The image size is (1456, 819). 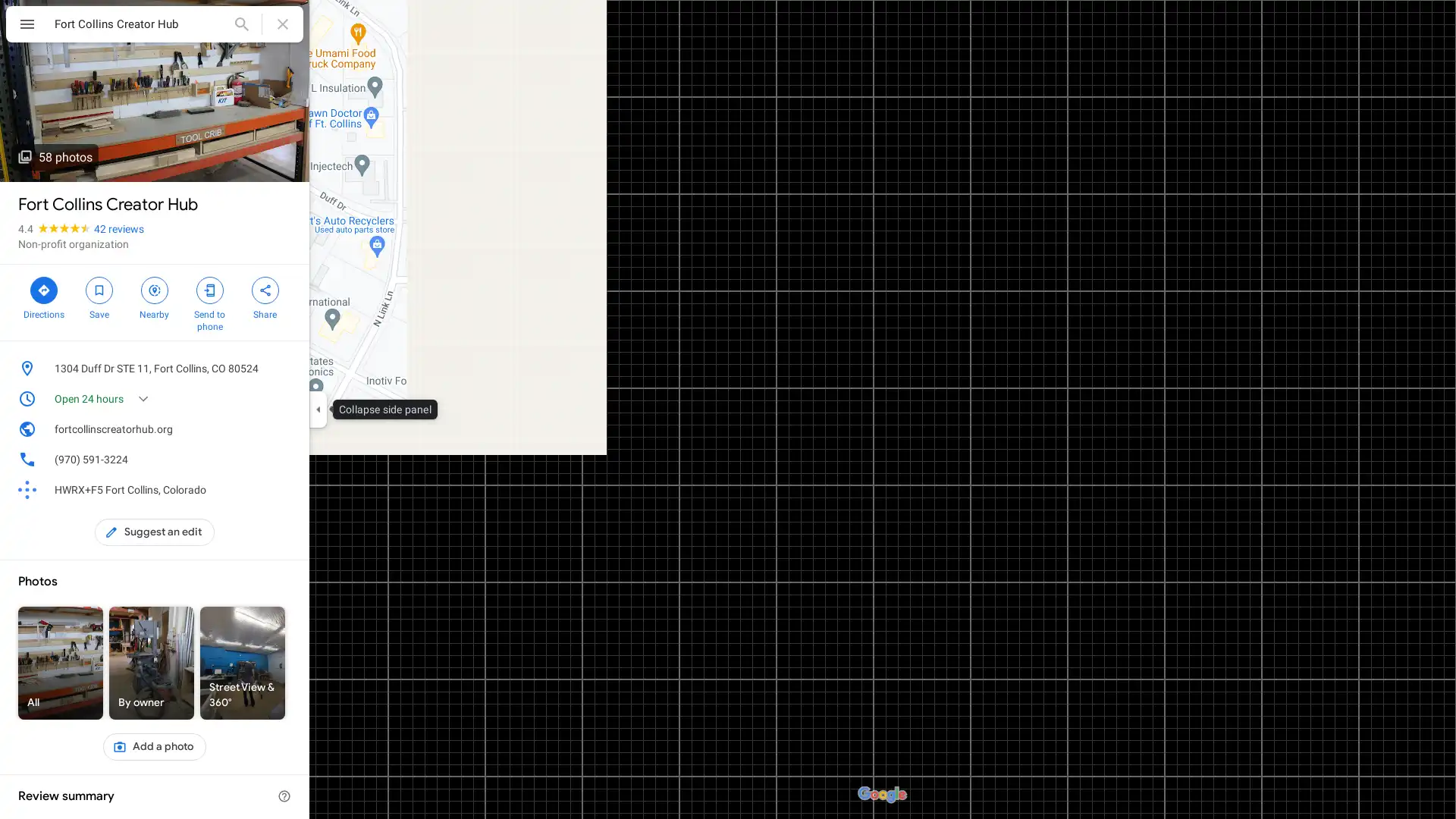 What do you see at coordinates (154, 745) in the screenshot?
I see `Add a photo` at bounding box center [154, 745].